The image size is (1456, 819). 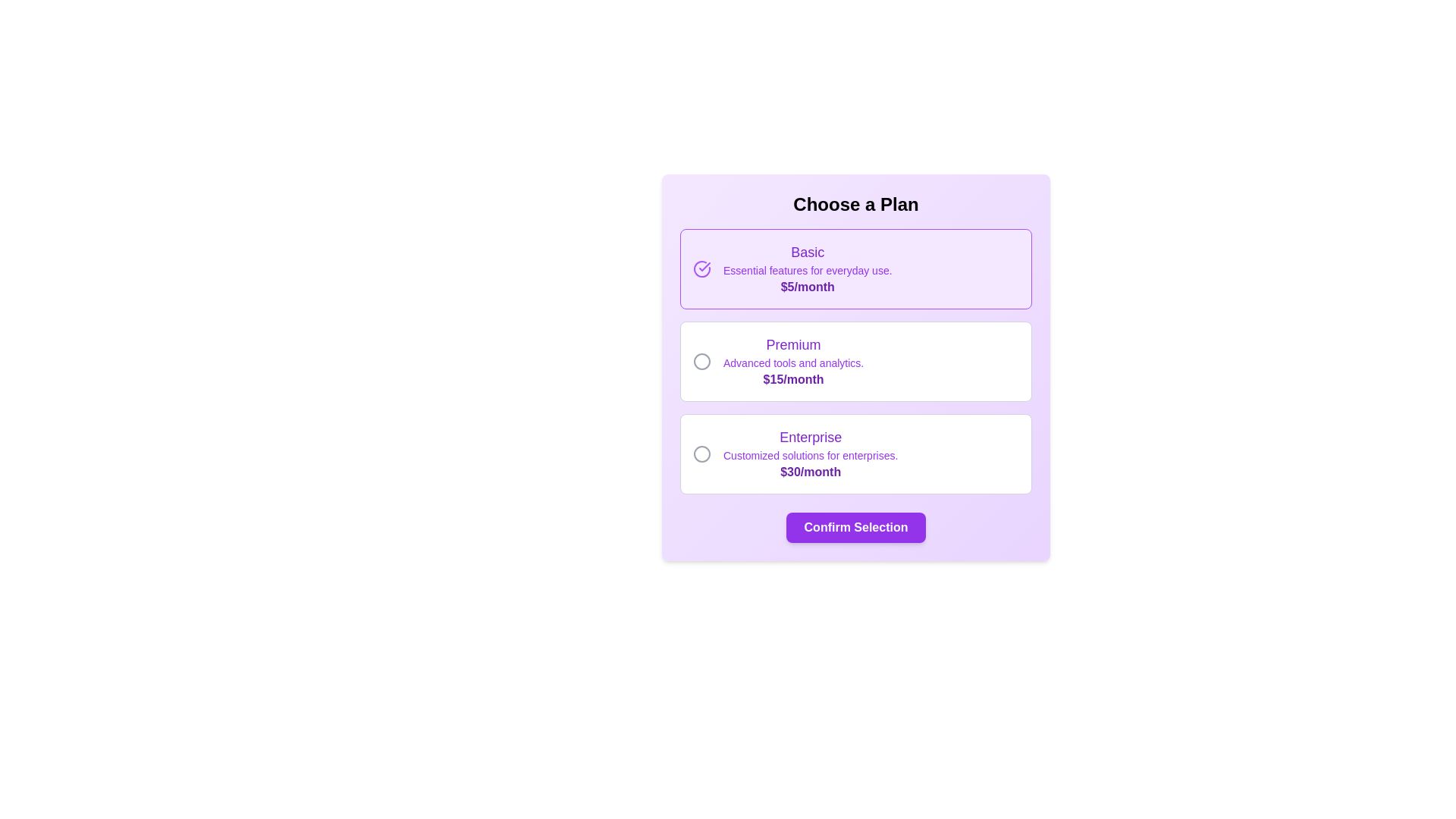 I want to click on the circular icon with a transparent center and gray border located in the 'Premium' plan section, positioned to the left of the text content indicating 'Premium', 'Advanced tools and analytics.', and '$15/month', so click(x=701, y=362).